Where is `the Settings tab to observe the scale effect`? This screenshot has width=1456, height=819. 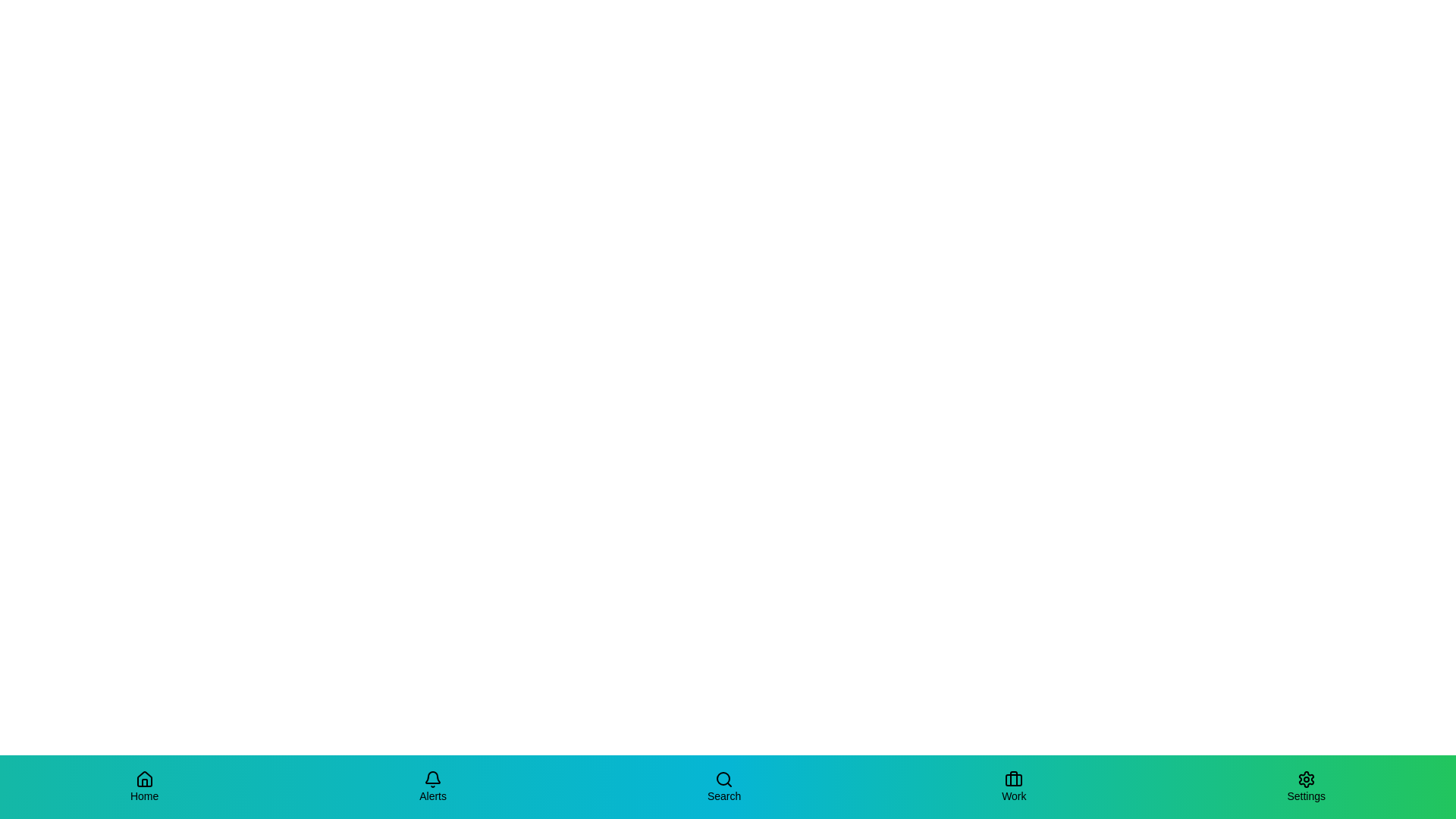 the Settings tab to observe the scale effect is located at coordinates (1305, 786).